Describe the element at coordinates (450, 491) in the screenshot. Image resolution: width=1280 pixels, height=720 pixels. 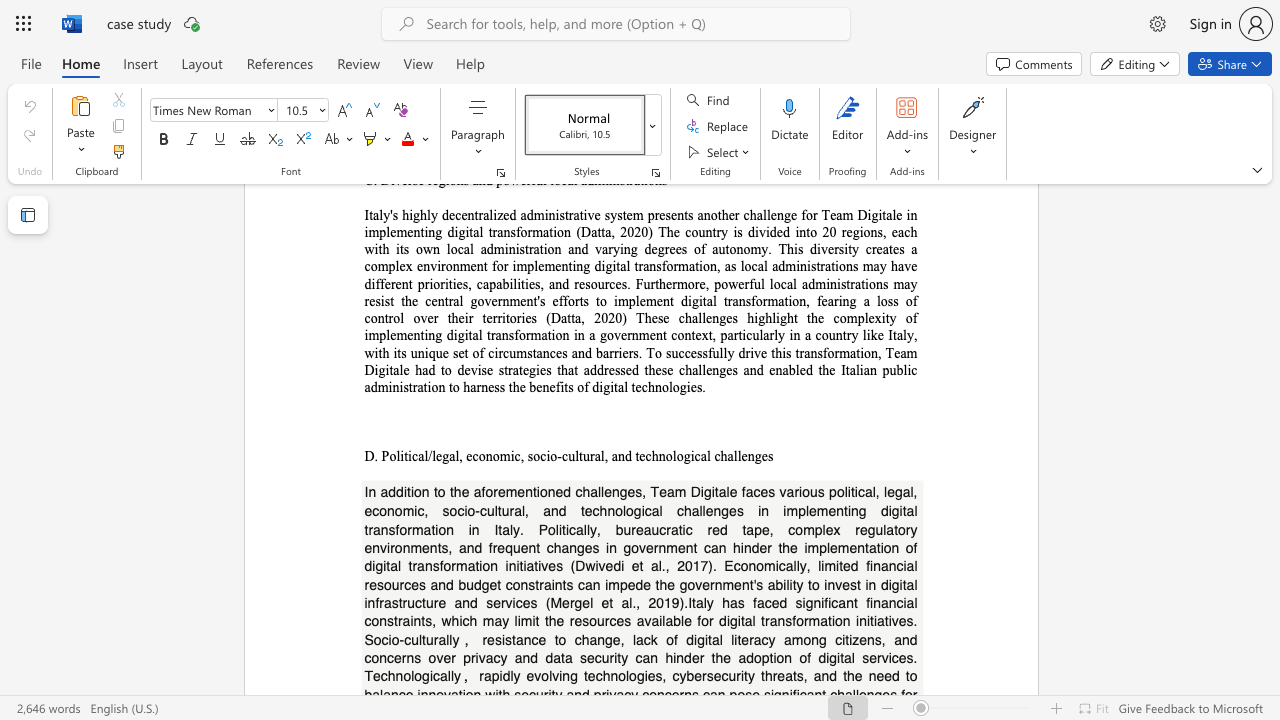
I see `the 3th character "t" in the text` at that location.